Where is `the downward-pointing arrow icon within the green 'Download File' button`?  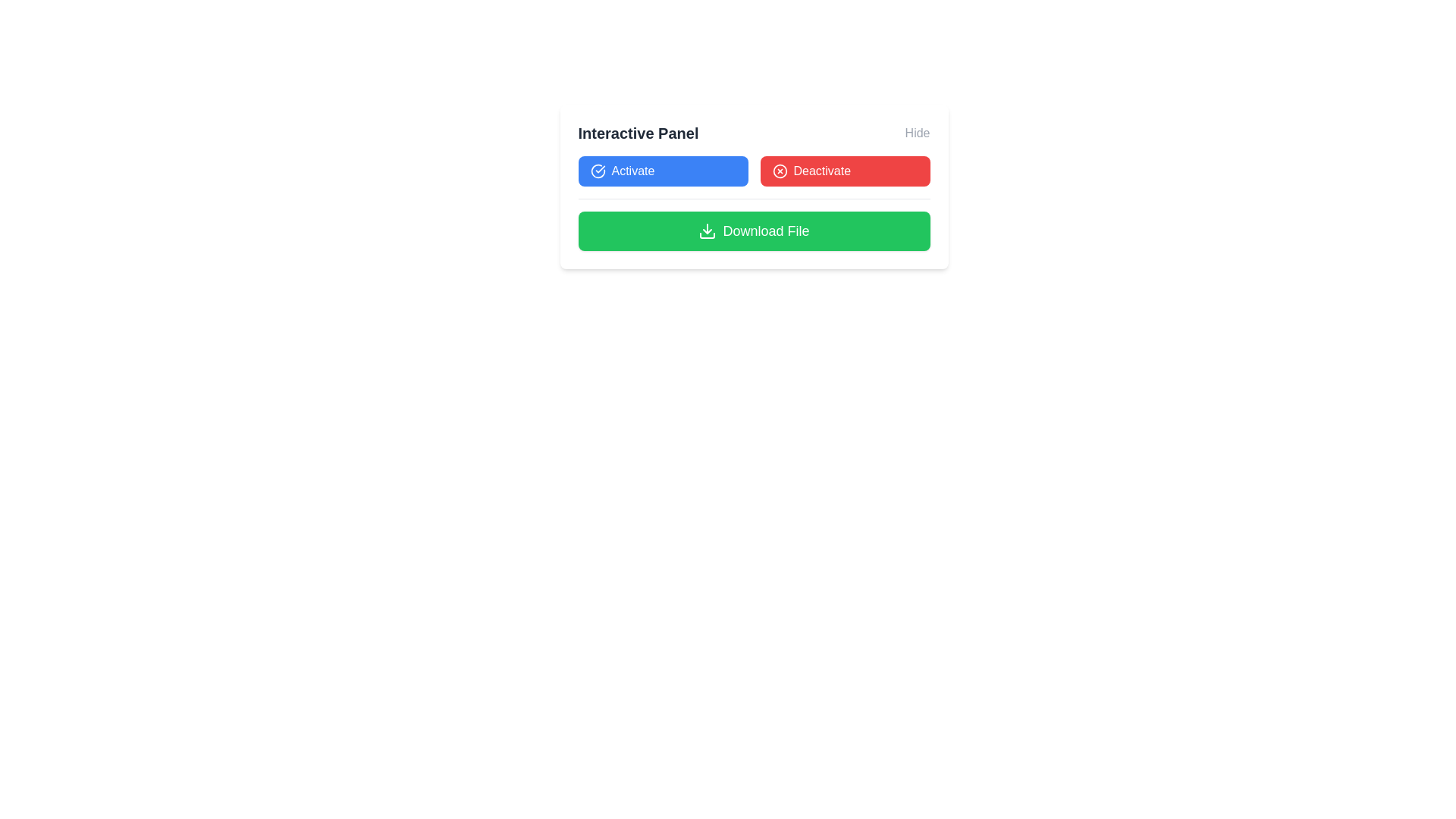
the downward-pointing arrow icon within the green 'Download File' button is located at coordinates (707, 231).